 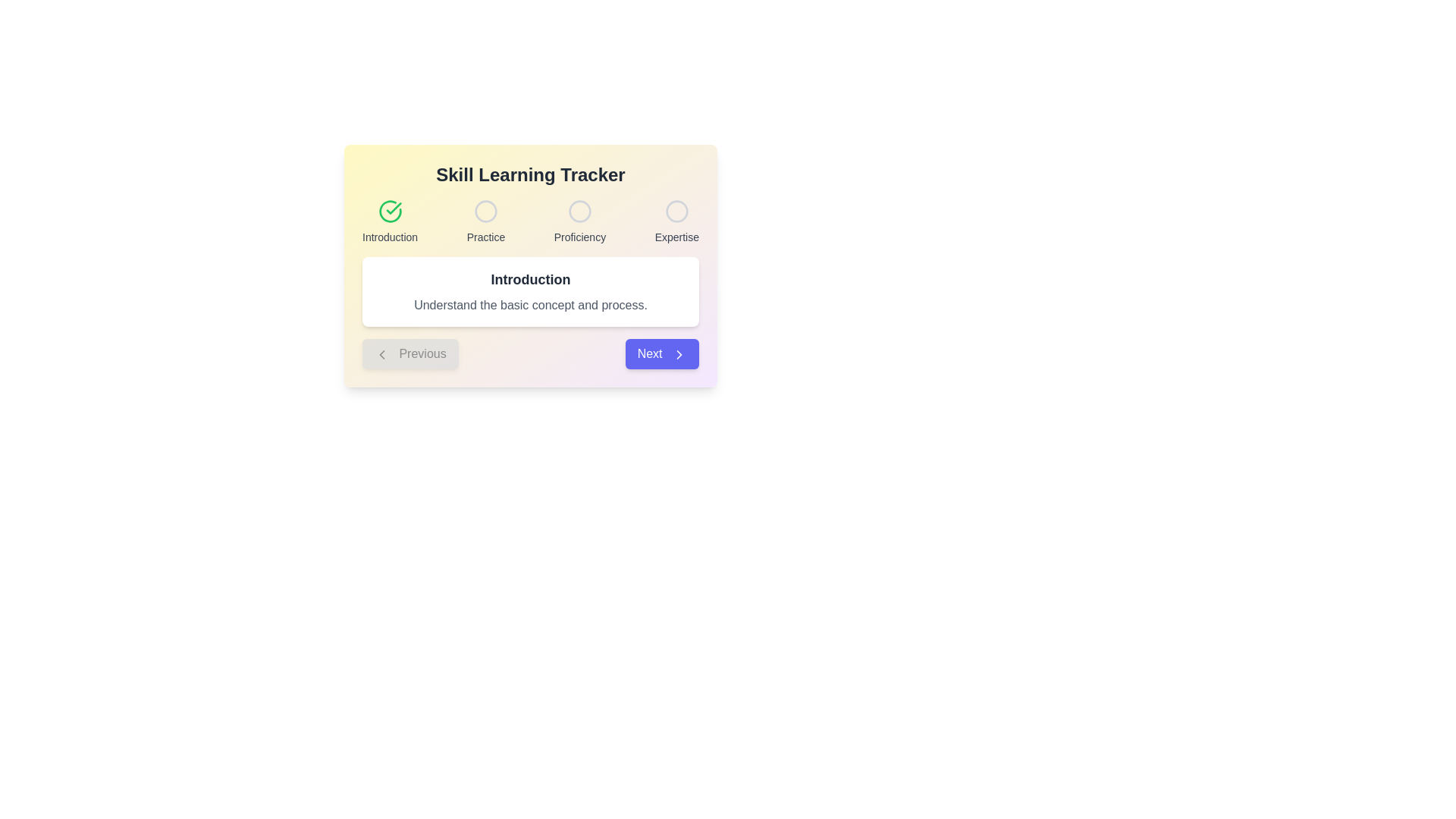 I want to click on the second circular graphic progress indicator that represents the 'Proficiency' stage, so click(x=579, y=211).